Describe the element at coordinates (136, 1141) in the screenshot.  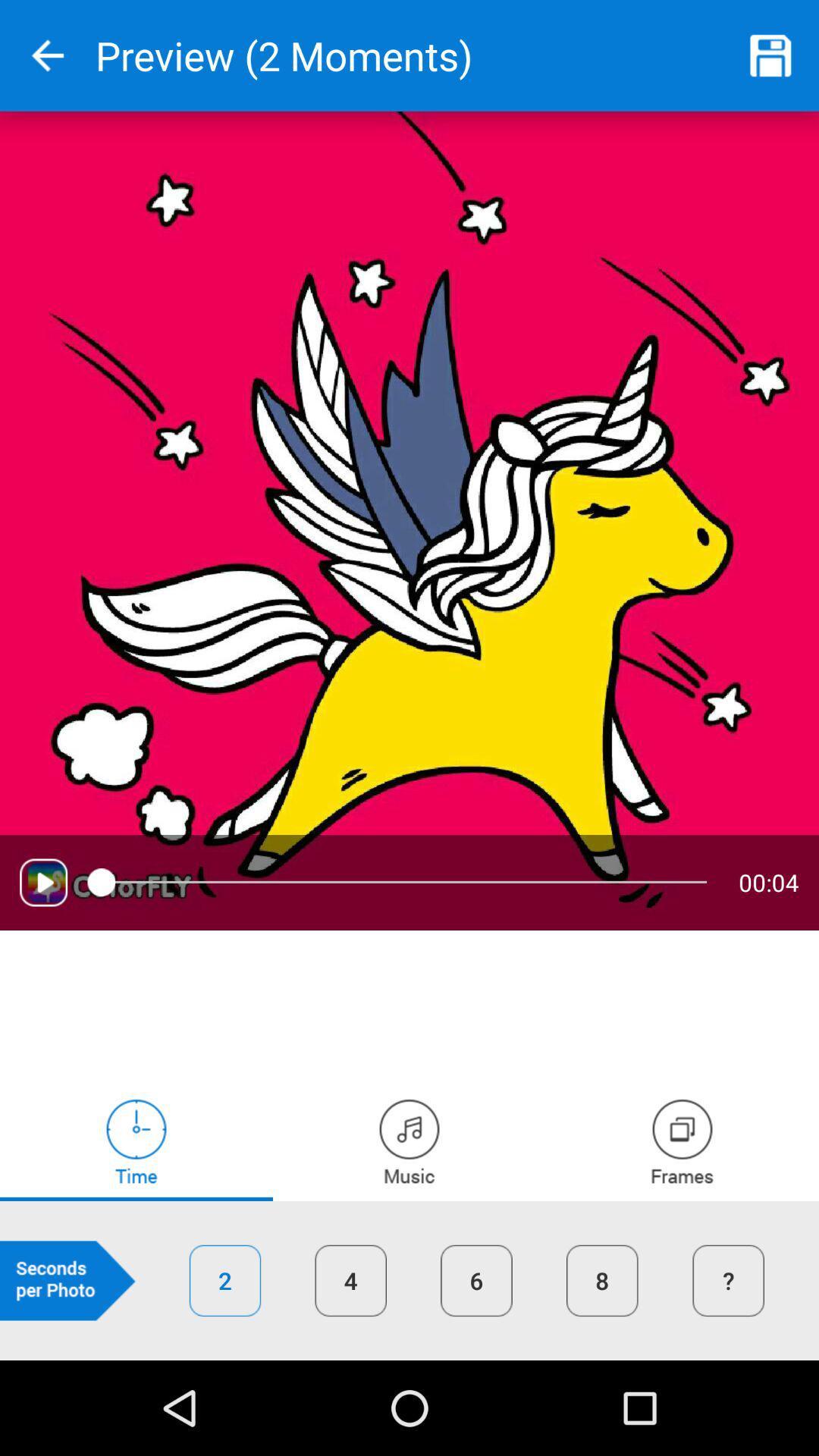
I see `adjust play time` at that location.